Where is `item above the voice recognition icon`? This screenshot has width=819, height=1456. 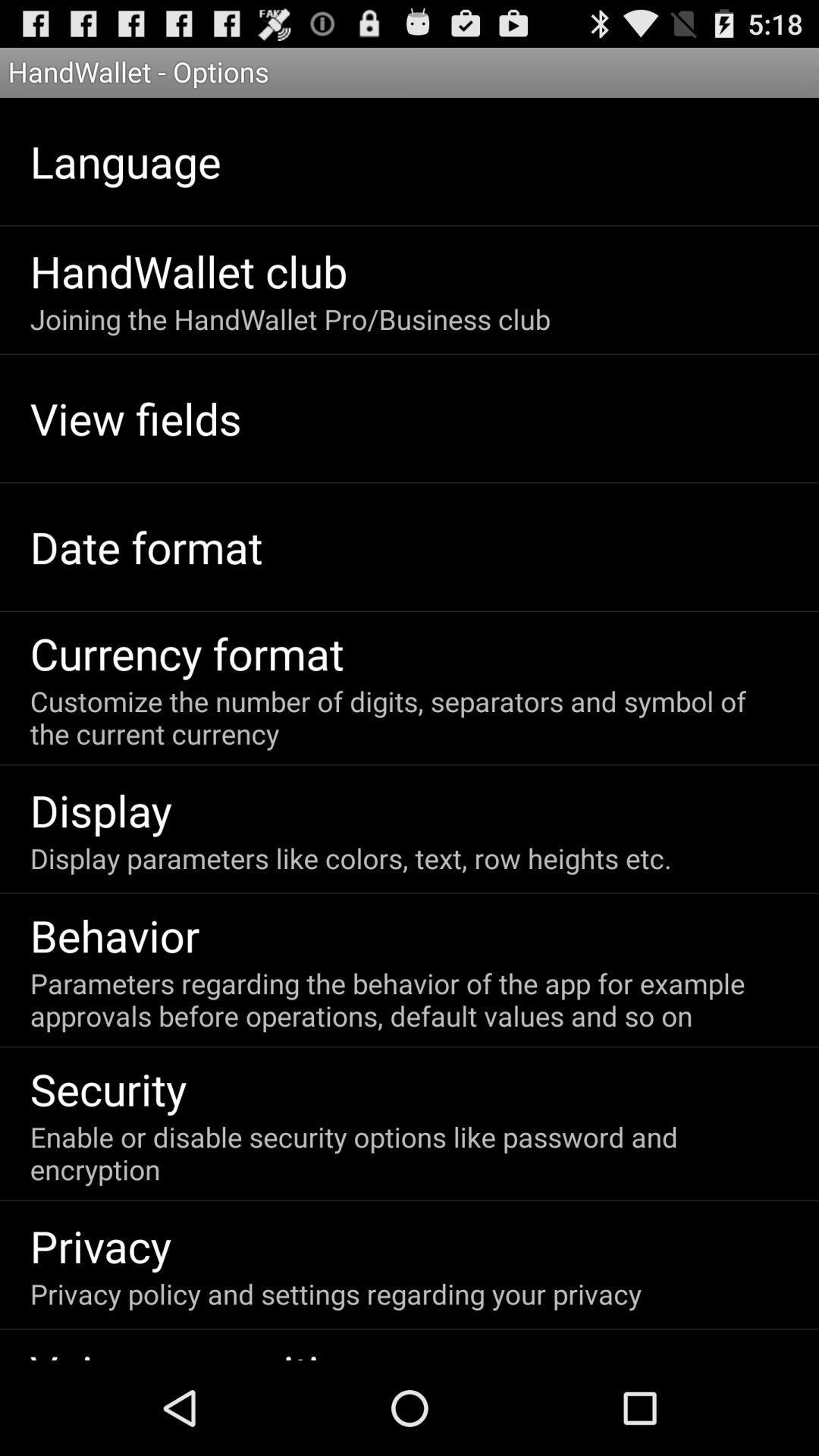
item above the voice recognition icon is located at coordinates (334, 1293).